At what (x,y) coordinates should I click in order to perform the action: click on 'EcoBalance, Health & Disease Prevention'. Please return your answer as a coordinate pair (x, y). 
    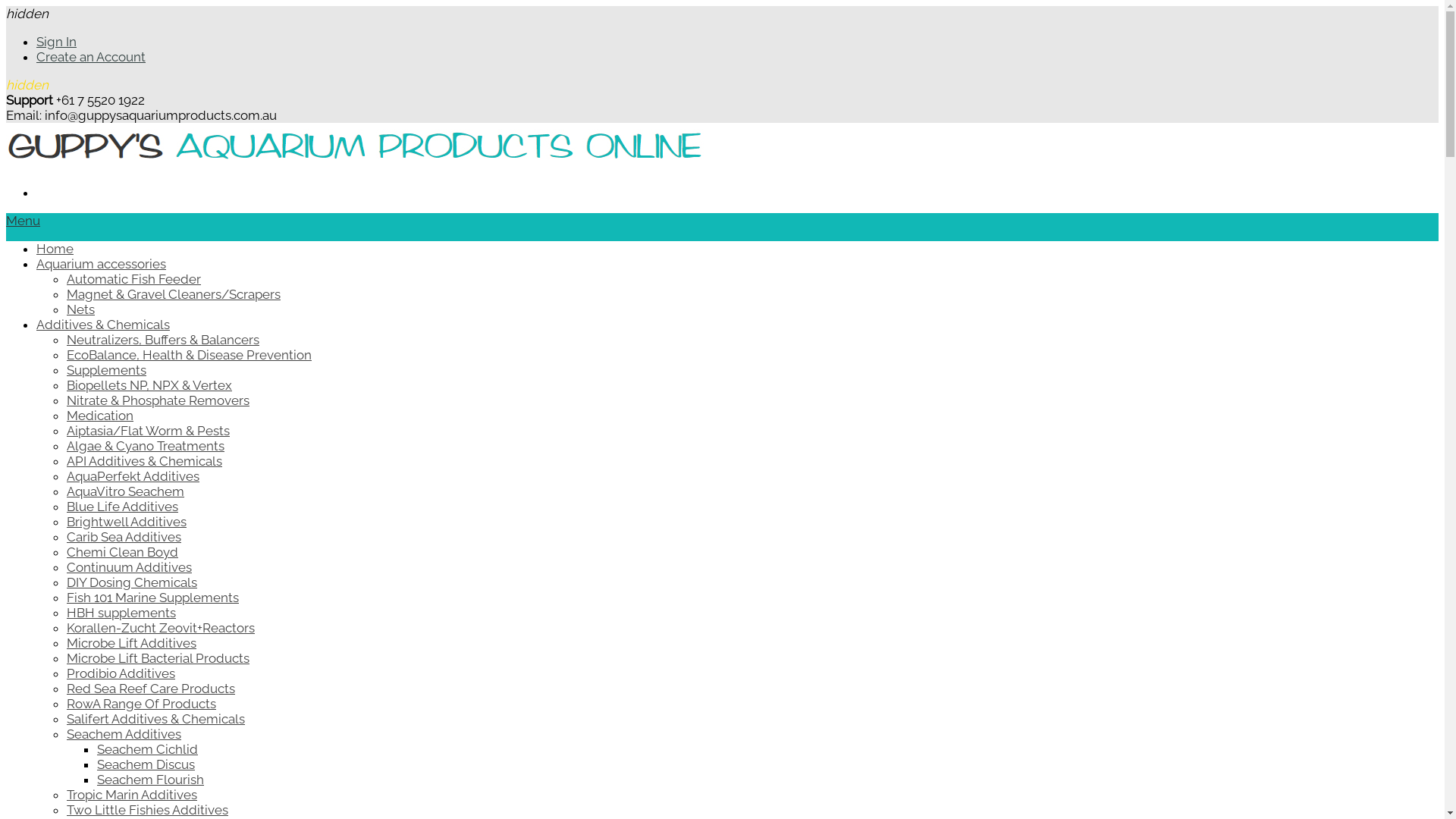
    Looking at the image, I should click on (188, 354).